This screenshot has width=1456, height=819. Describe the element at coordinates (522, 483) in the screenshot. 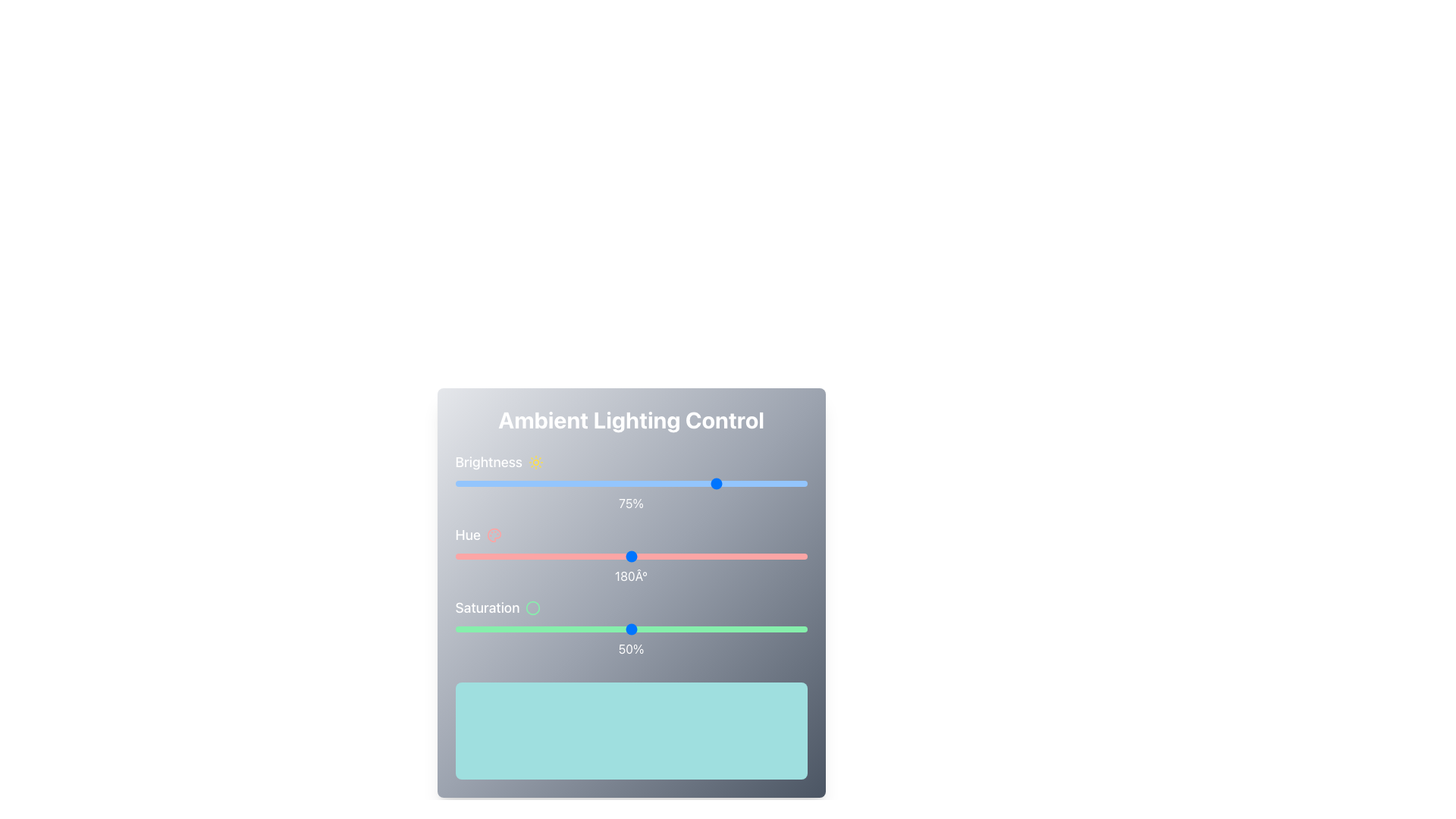

I see `brightness` at that location.